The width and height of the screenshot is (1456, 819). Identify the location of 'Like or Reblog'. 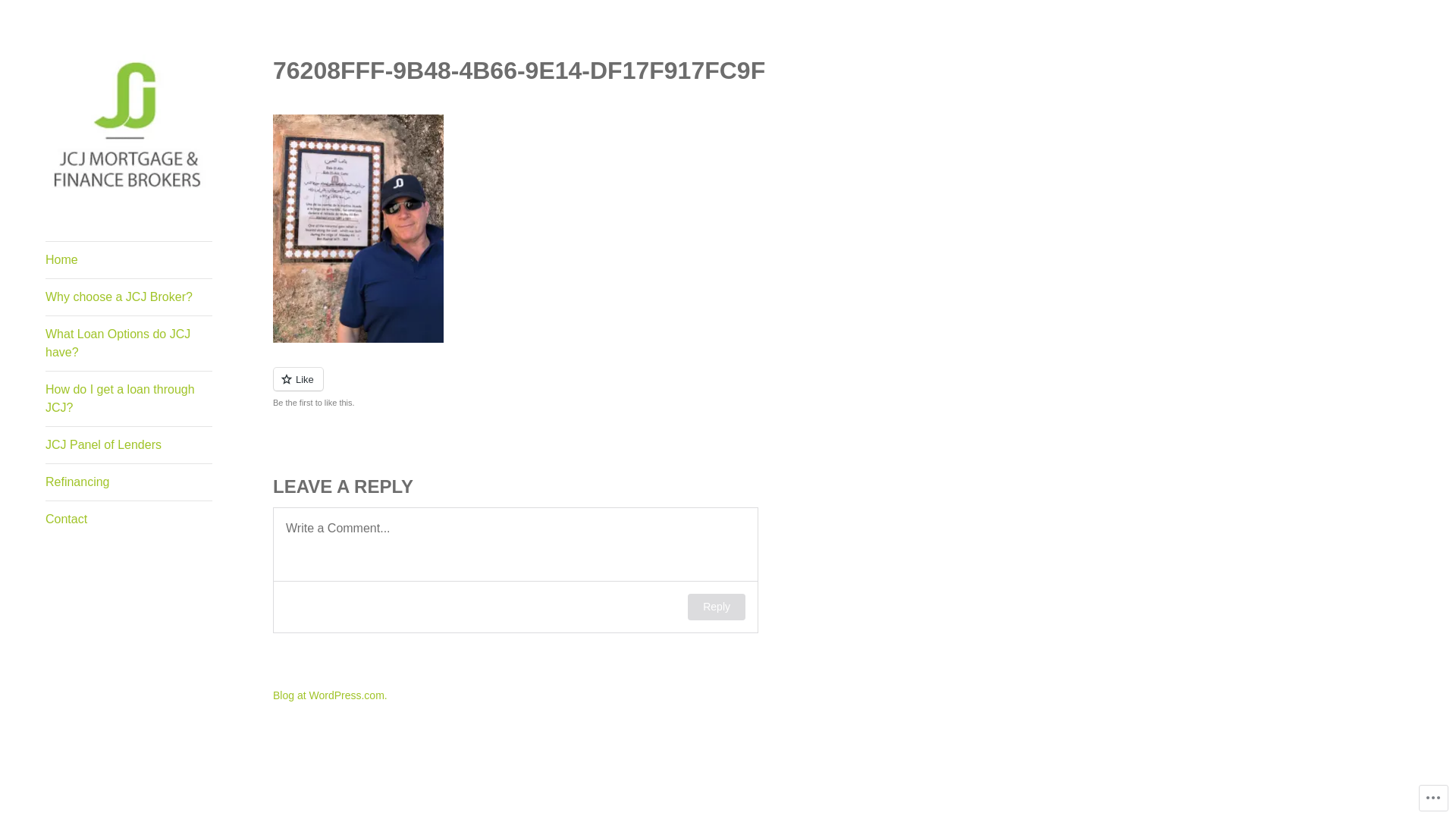
(607, 387).